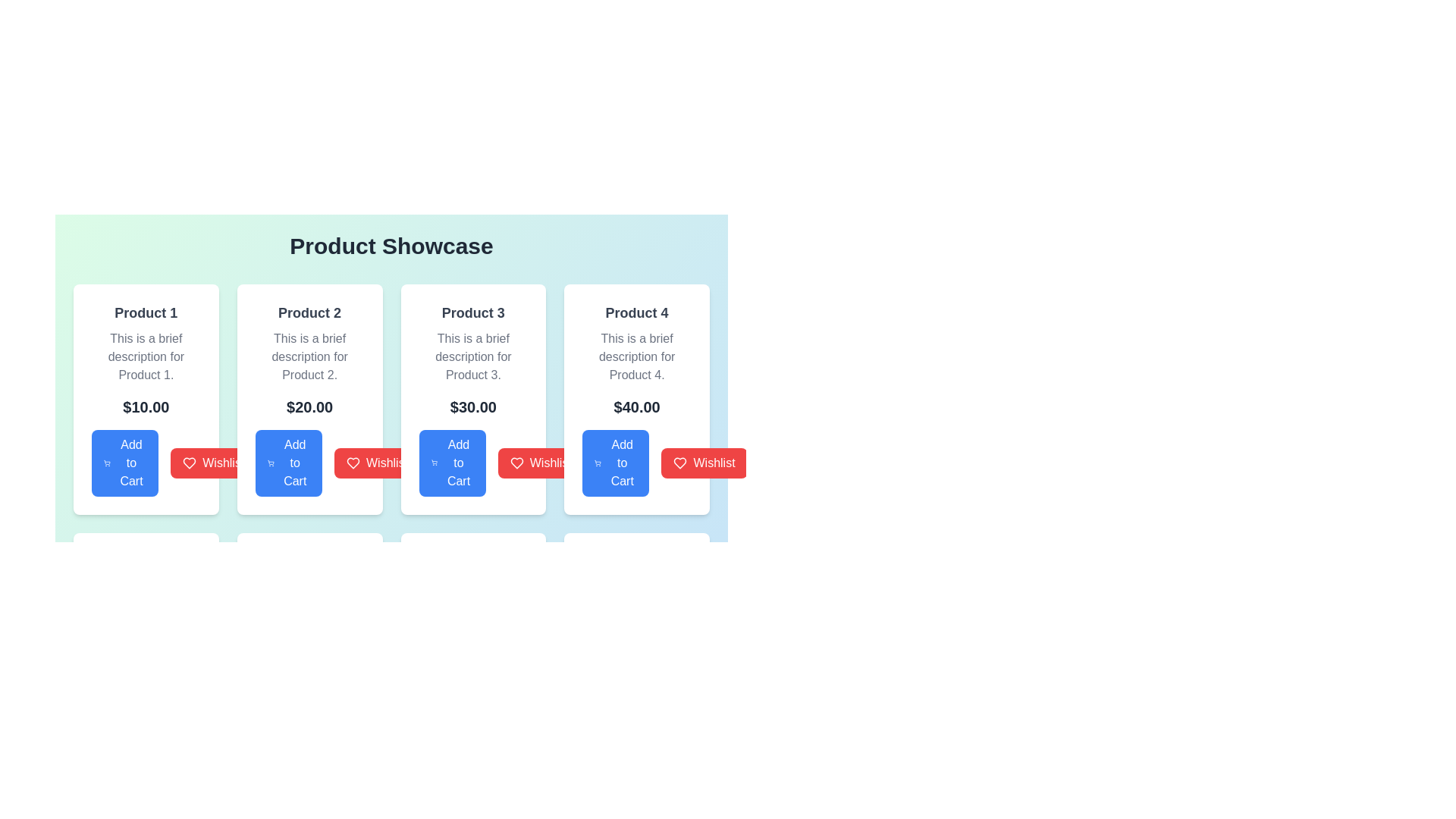 Image resolution: width=1456 pixels, height=819 pixels. I want to click on the static text element that serves as the title for the product in the second card of a horizontally aligned grid, so click(309, 312).